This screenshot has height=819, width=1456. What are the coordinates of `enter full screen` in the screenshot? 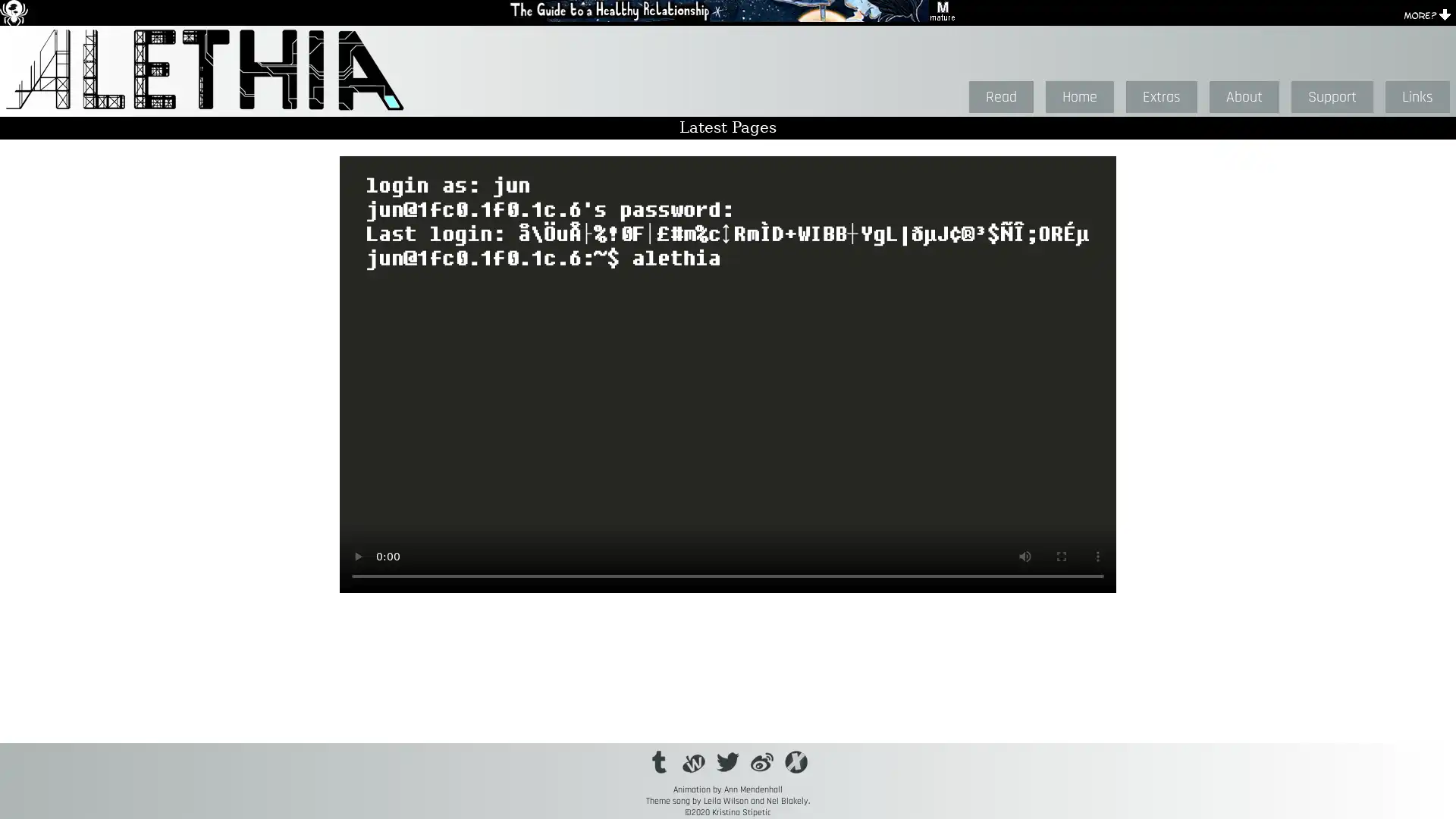 It's located at (1061, 556).